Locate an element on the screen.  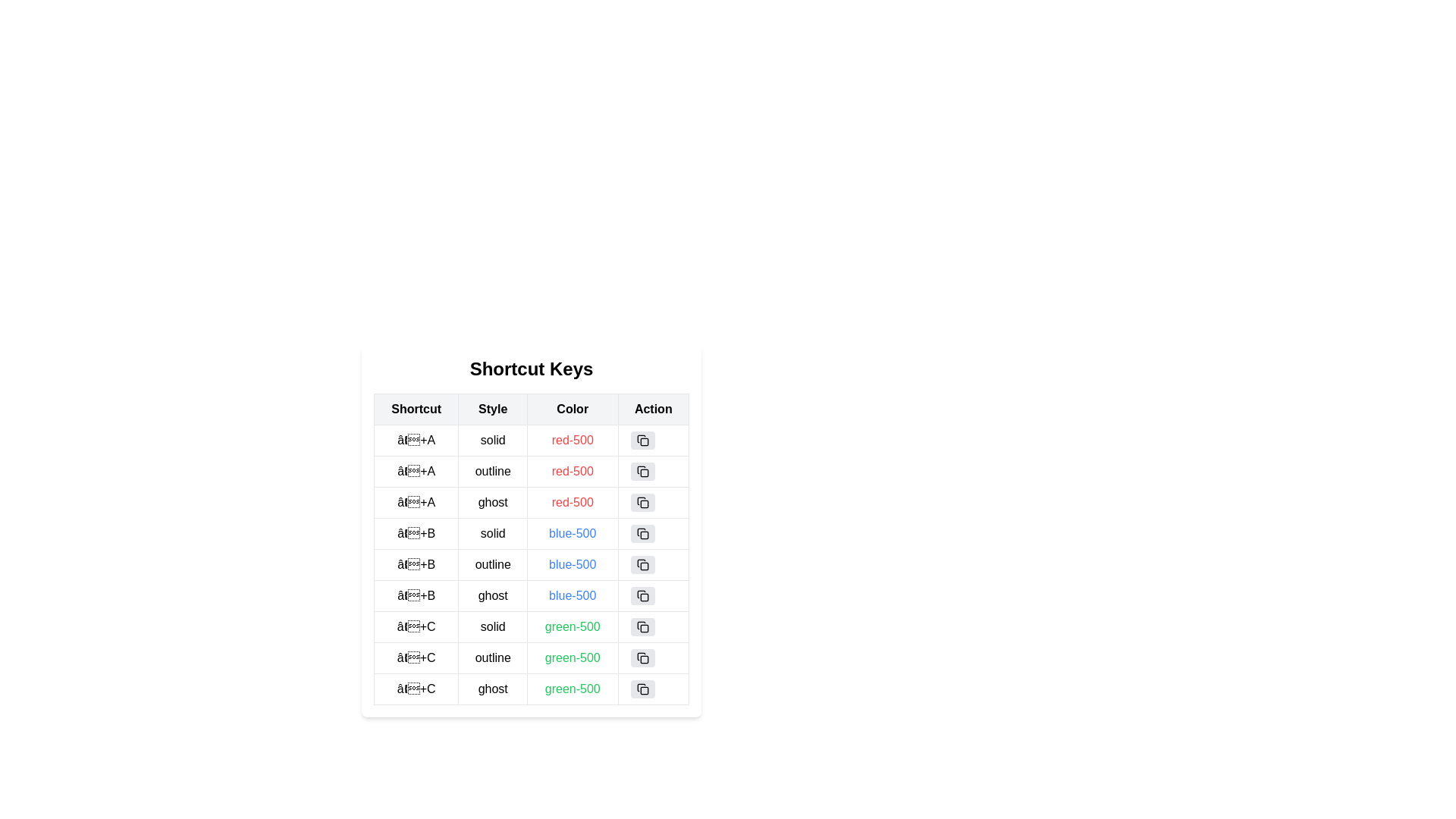
the static text label representing the keyboard shortcut '⌘+C' located in the first cell of the last row of the table in the 'Shortcut' column is located at coordinates (416, 689).